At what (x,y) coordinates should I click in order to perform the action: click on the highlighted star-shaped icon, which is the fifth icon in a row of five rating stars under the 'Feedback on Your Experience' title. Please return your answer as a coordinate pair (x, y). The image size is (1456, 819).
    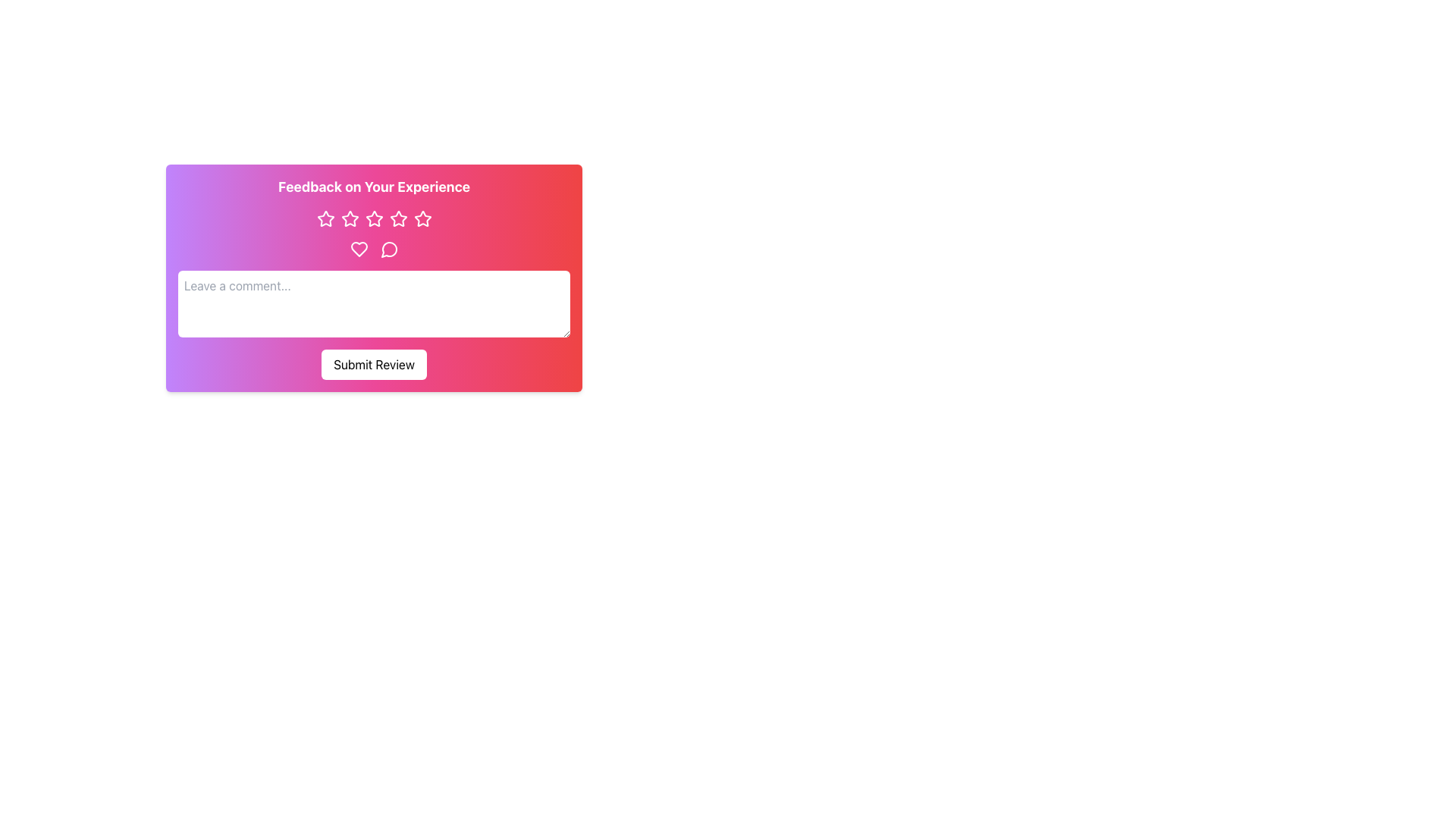
    Looking at the image, I should click on (422, 218).